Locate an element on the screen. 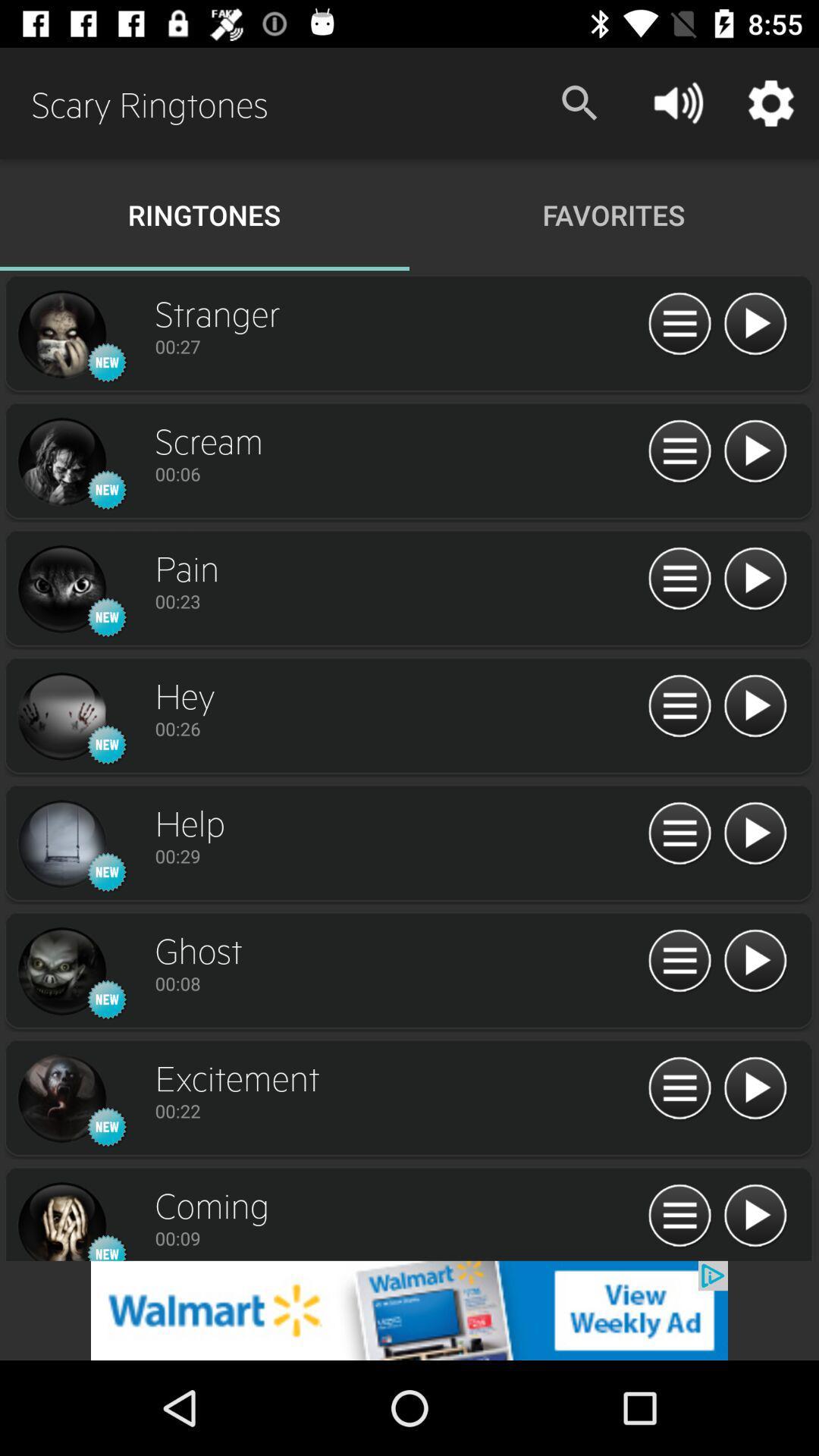  add is located at coordinates (409, 1310).